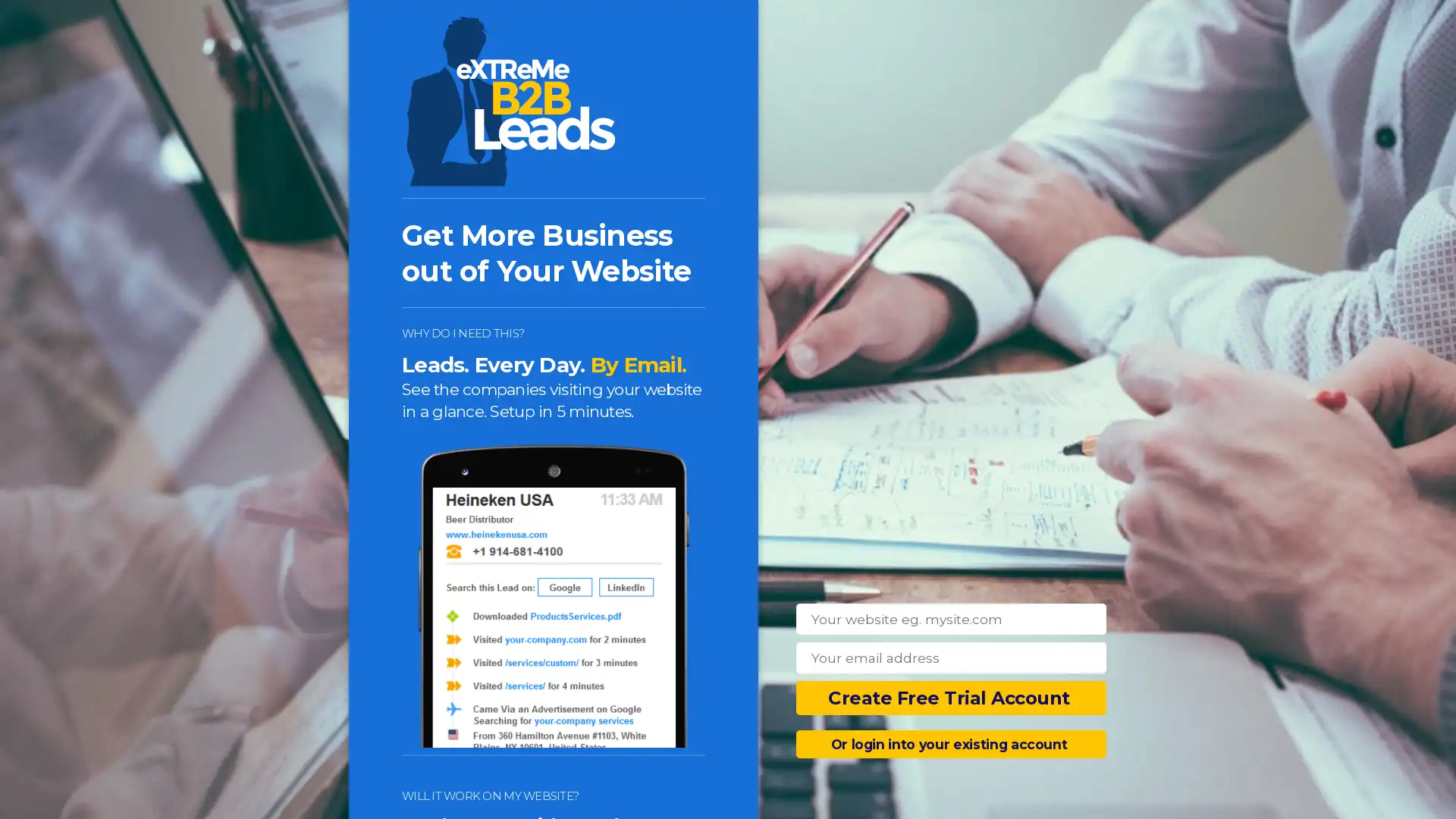 The image size is (1456, 819). I want to click on Create Free Trial Account, so click(950, 698).